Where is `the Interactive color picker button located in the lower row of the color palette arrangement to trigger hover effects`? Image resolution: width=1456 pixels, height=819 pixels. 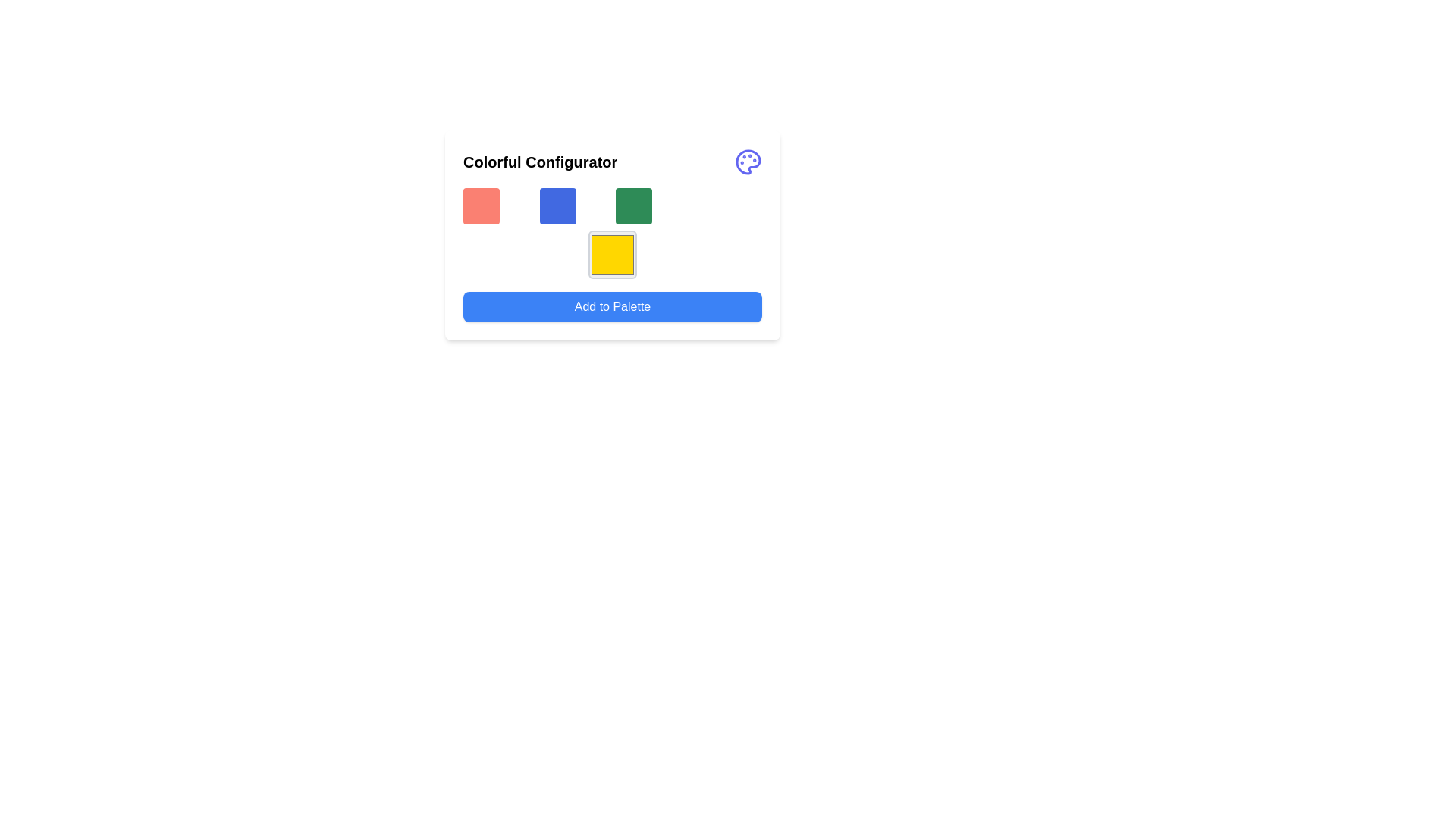
the Interactive color picker button located in the lower row of the color palette arrangement to trigger hover effects is located at coordinates (612, 253).